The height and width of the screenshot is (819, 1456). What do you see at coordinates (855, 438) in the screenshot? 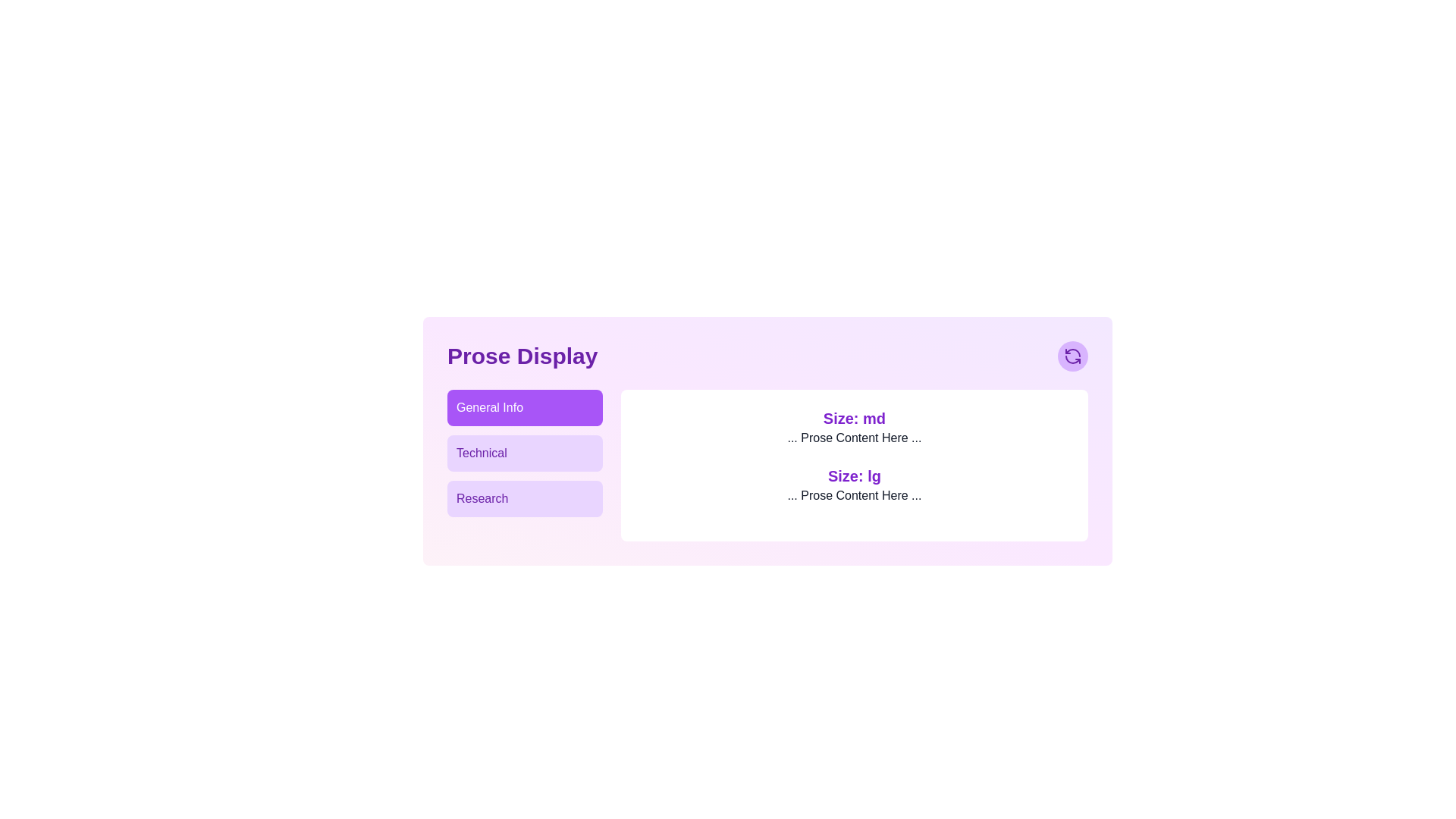
I see `the Text Block located below the bolded header 'Size: md' in the white box on the right side of the interface` at bounding box center [855, 438].